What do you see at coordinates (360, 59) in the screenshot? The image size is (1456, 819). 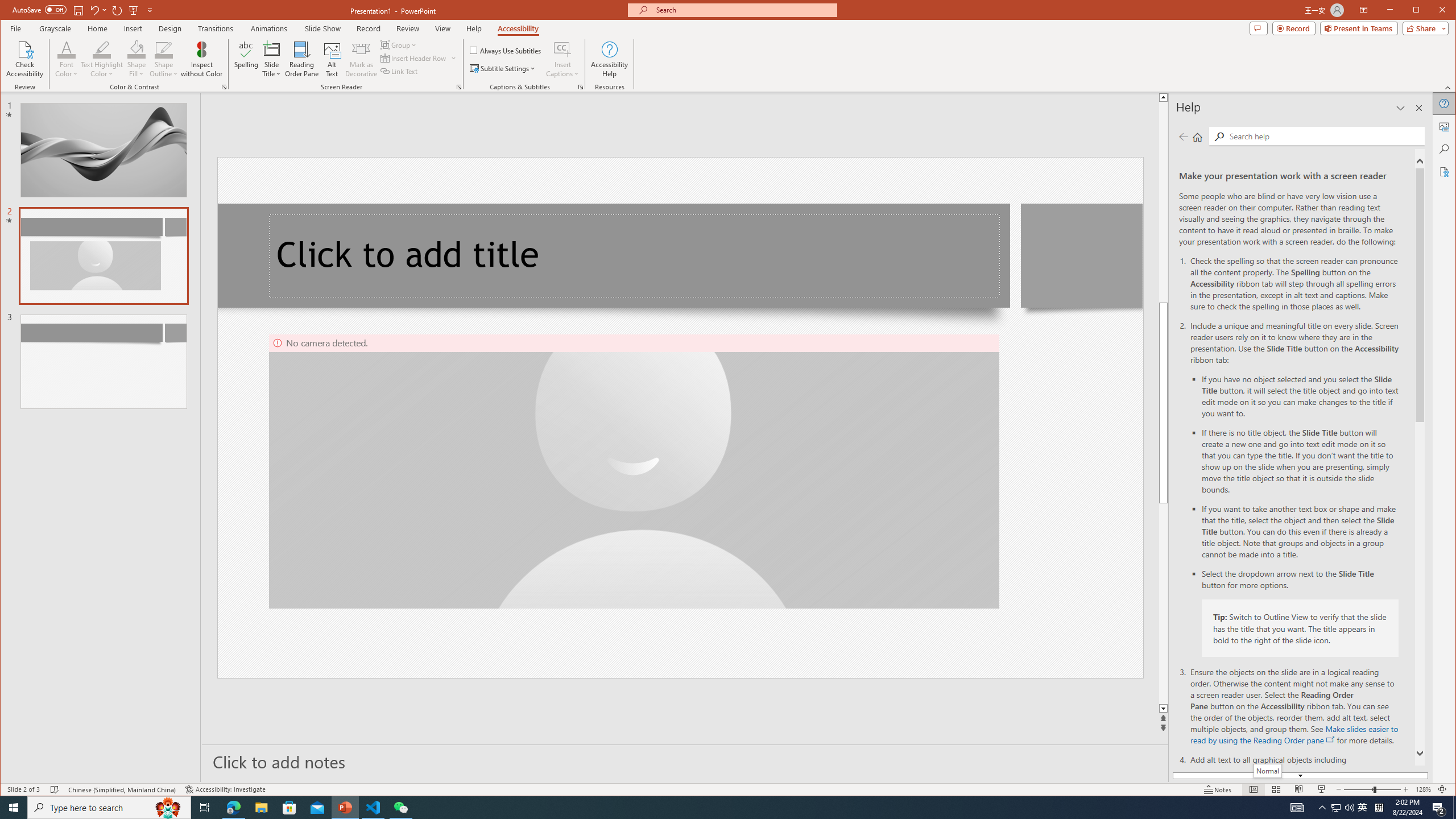 I see `'Mark as Decorative'` at bounding box center [360, 59].